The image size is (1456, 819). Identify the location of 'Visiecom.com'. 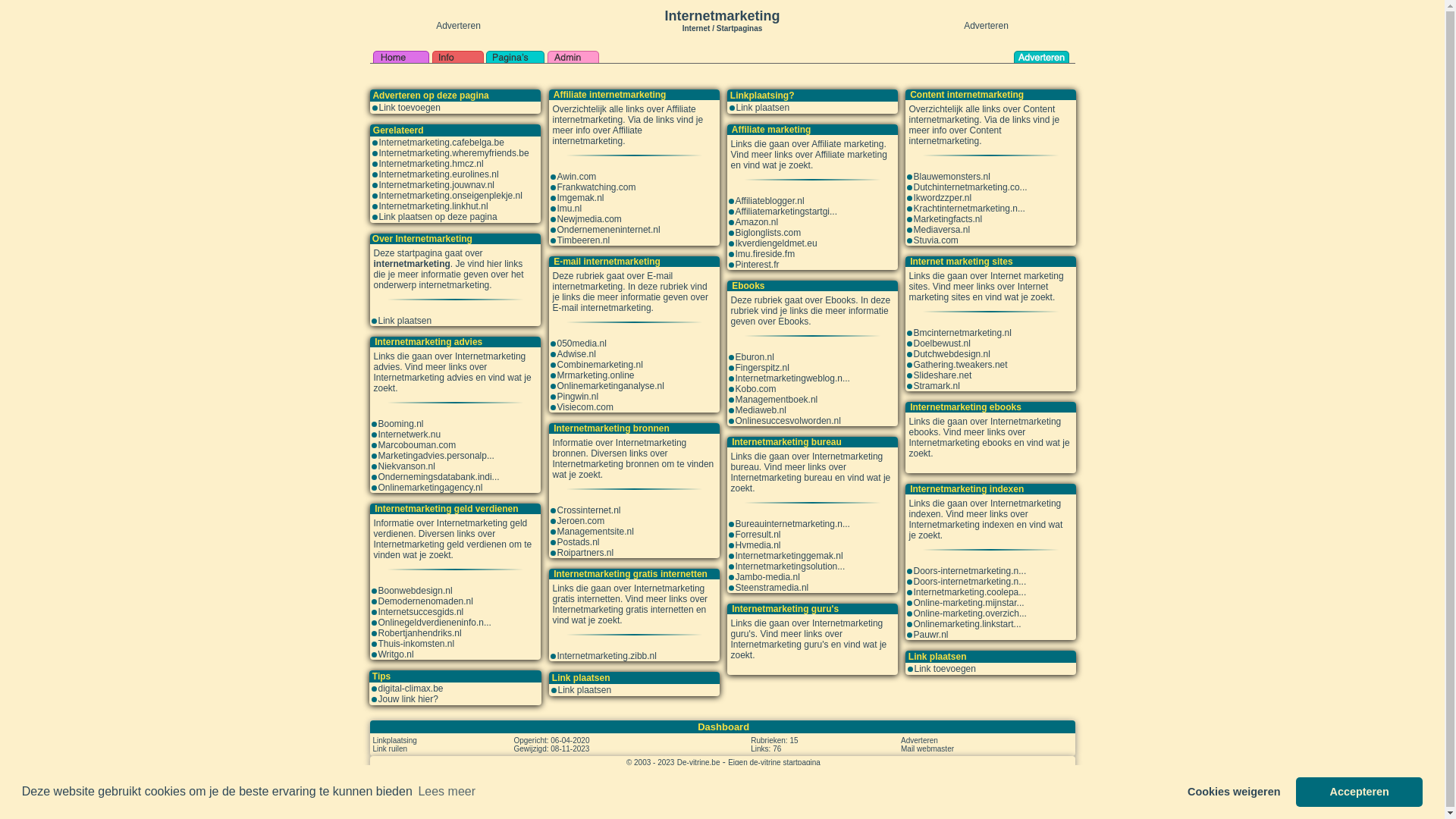
(584, 406).